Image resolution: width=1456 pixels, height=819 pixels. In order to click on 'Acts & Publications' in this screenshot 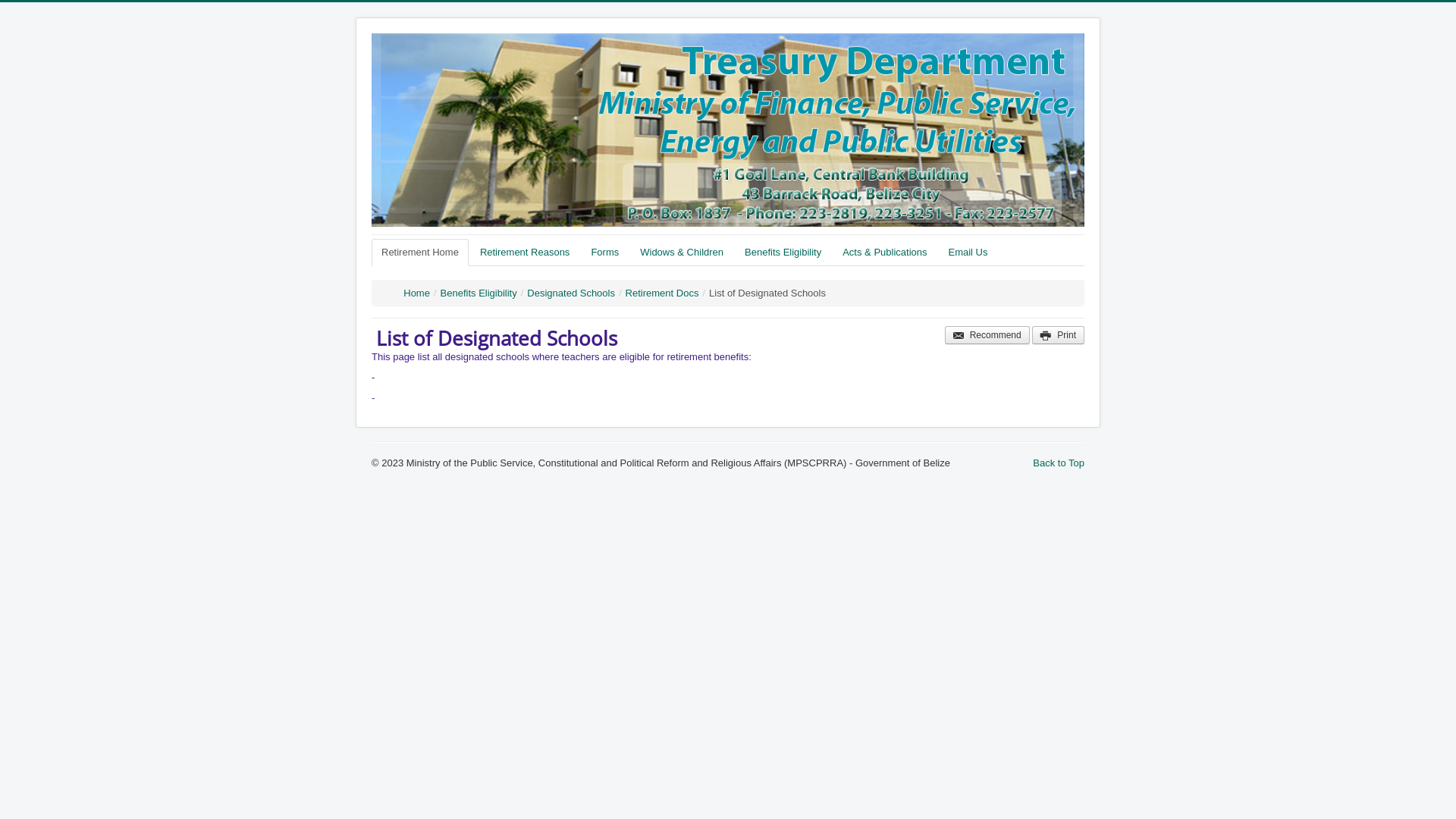, I will do `click(832, 251)`.